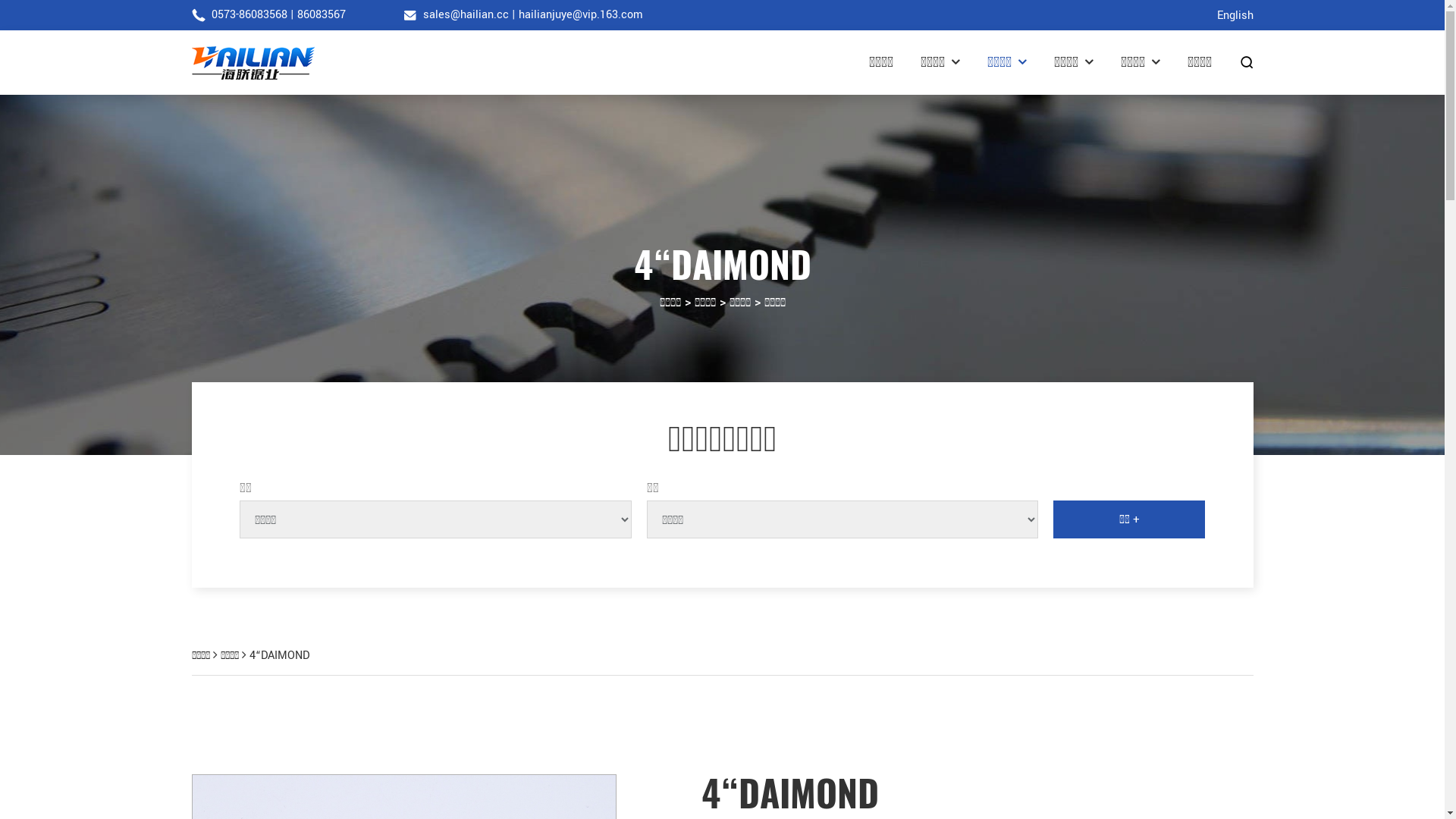  What do you see at coordinates (1234, 15) in the screenshot?
I see `'English'` at bounding box center [1234, 15].